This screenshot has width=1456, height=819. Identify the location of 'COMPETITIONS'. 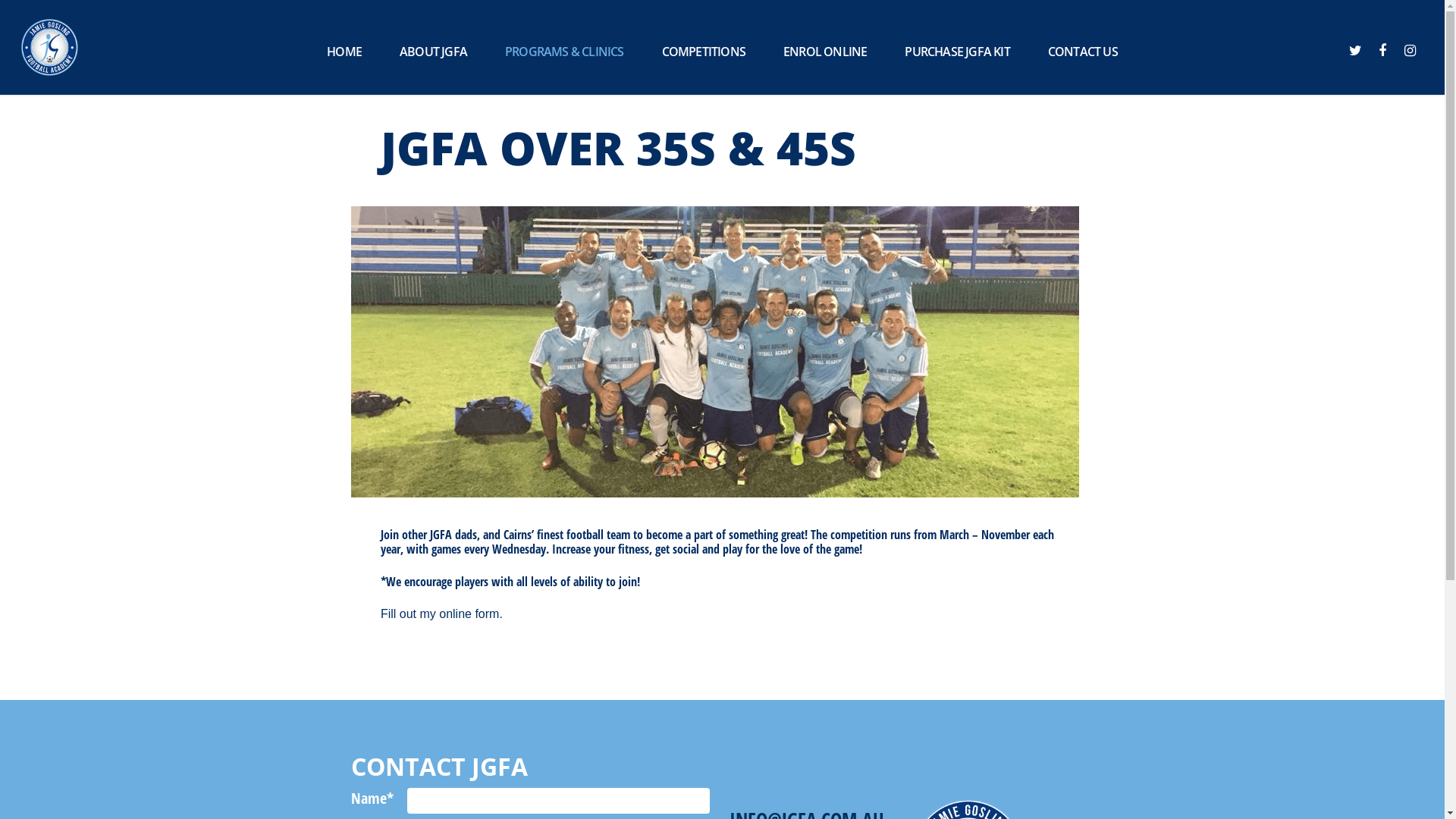
(702, 51).